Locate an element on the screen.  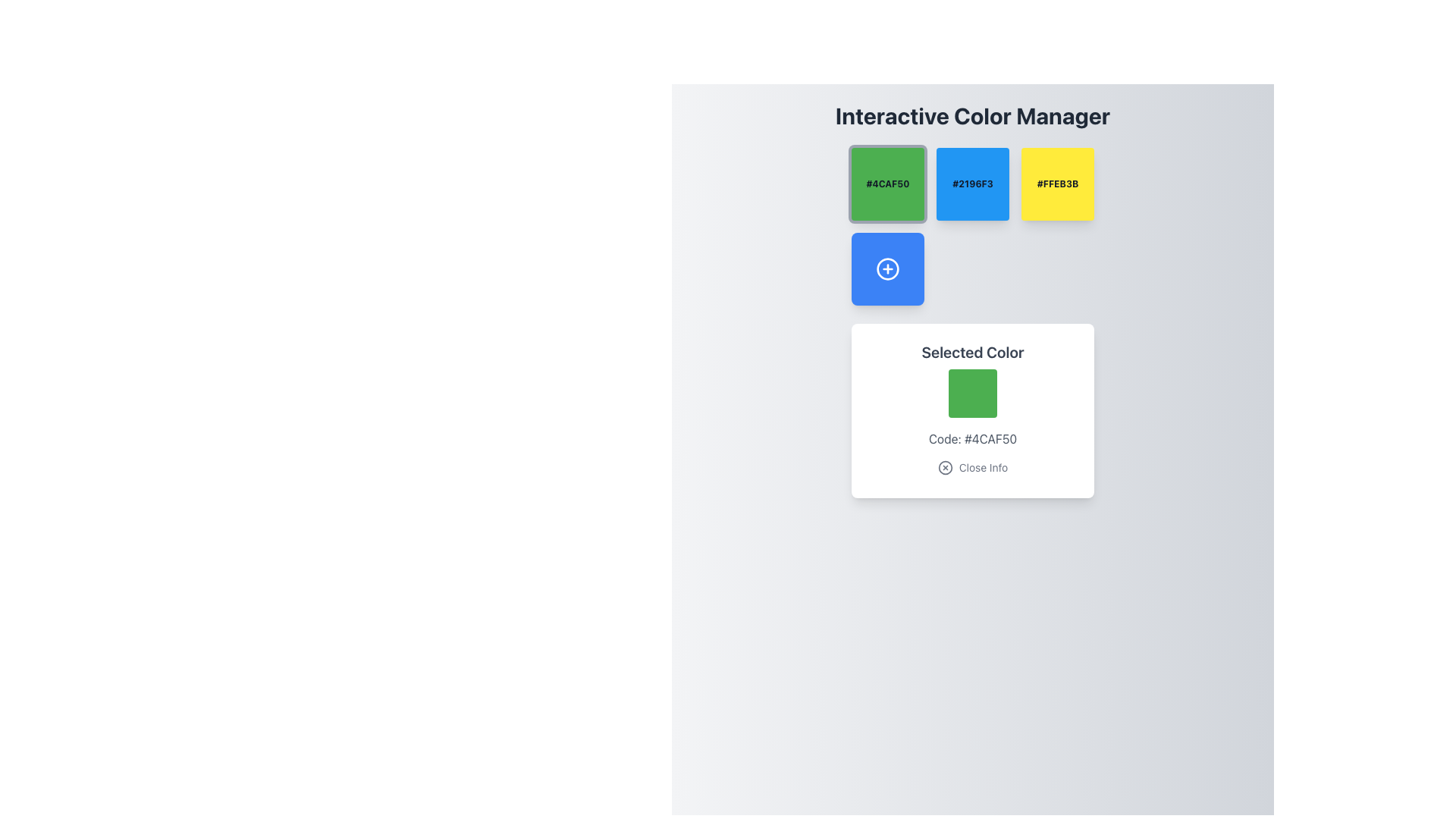
the color block within the group of selectable color options located at the upper part of the display is located at coordinates (972, 227).